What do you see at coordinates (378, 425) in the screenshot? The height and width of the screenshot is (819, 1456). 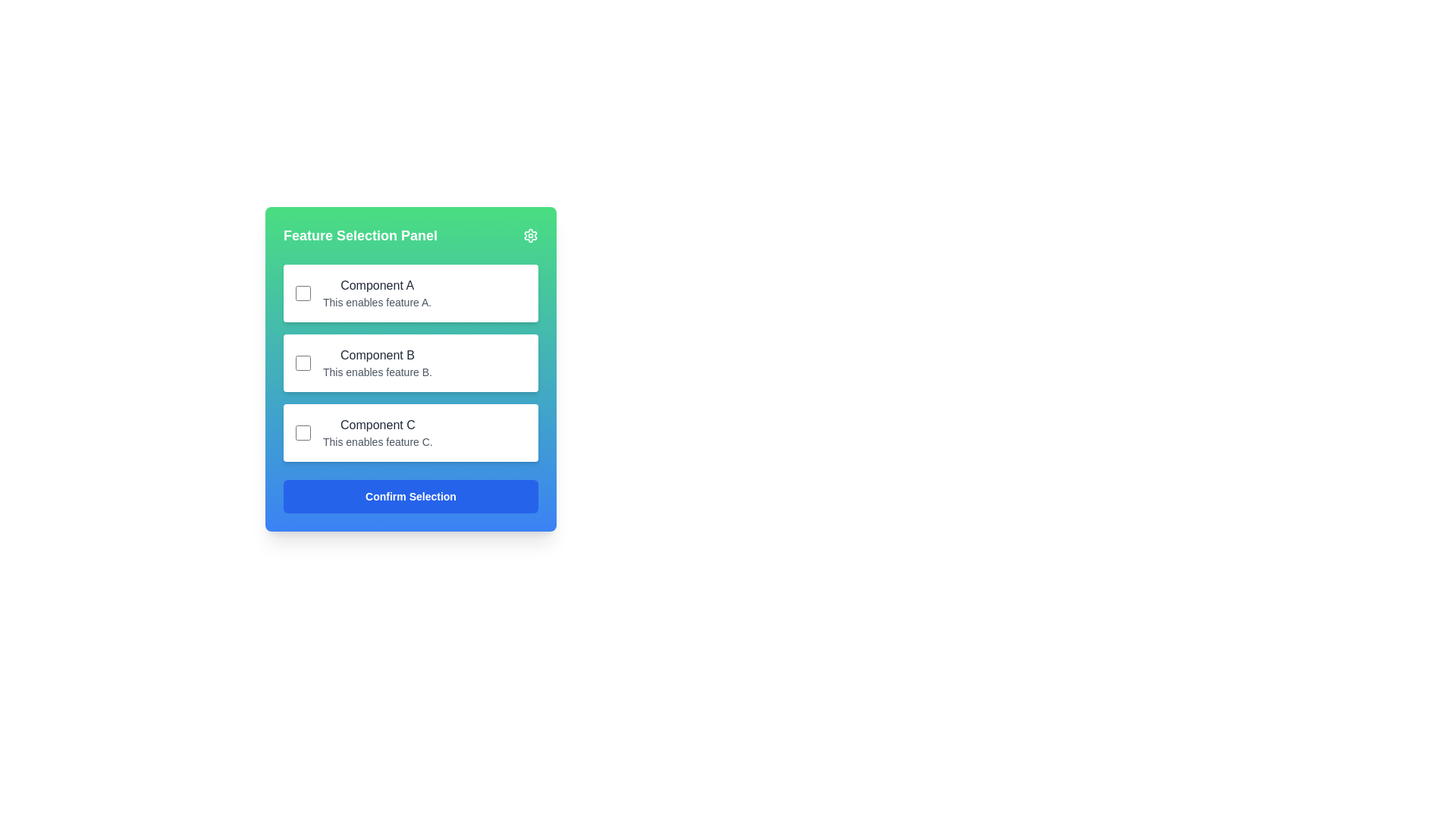 I see `the text label displaying 'Component C' in dark gray color, which is the third selection card in the vertical stack` at bounding box center [378, 425].